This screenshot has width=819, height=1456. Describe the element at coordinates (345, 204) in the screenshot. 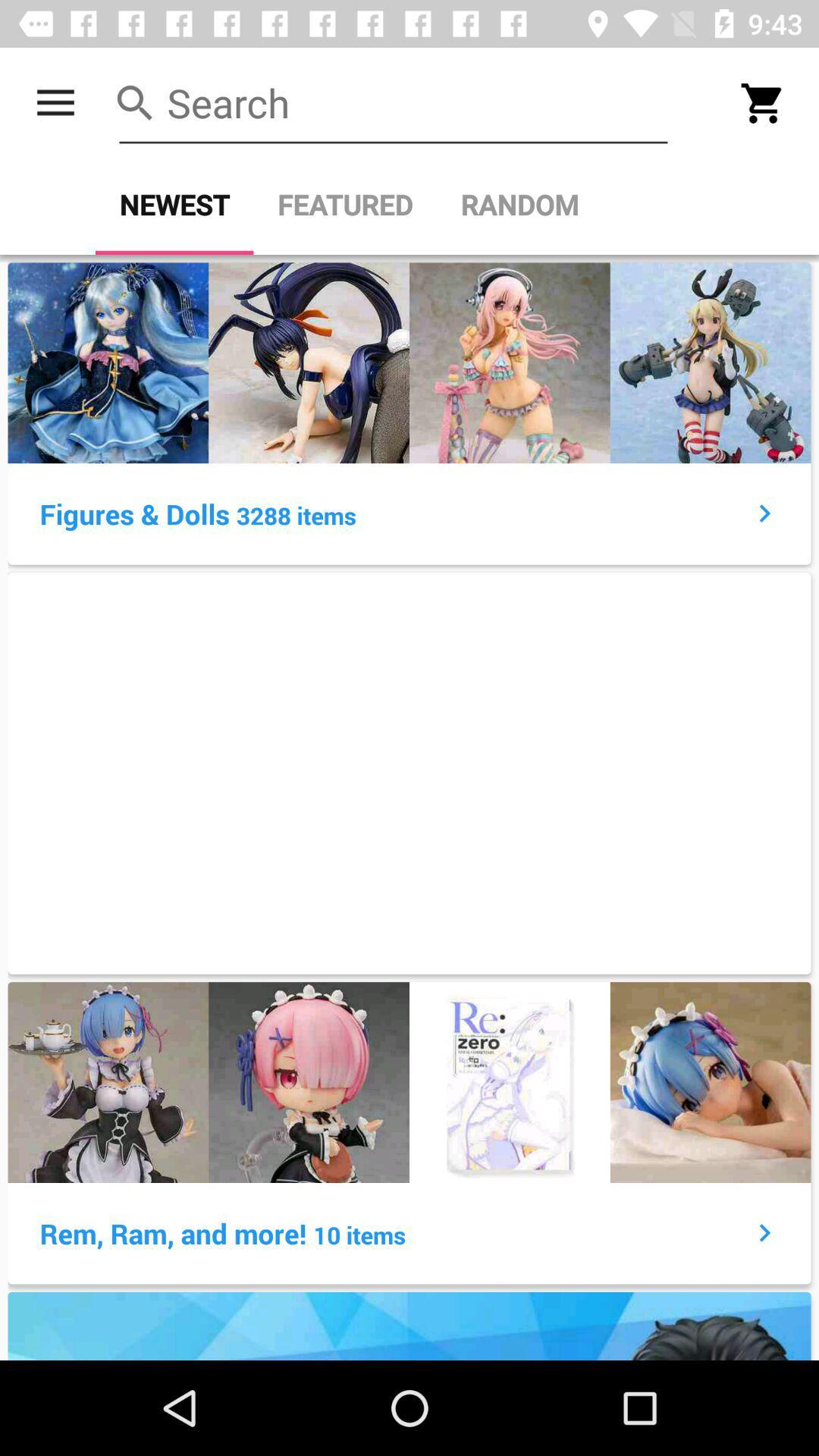

I see `item to the left of random icon` at that location.